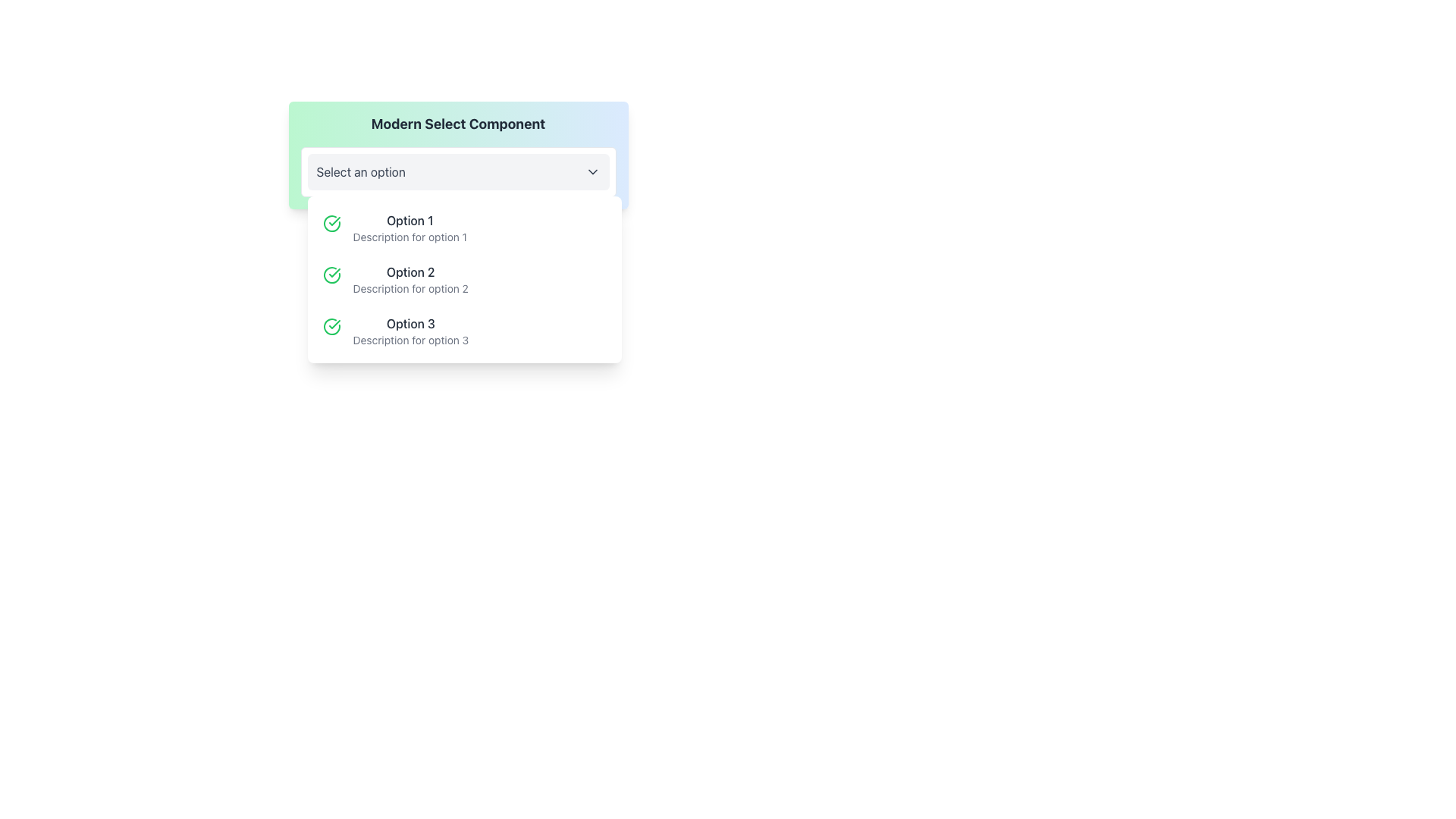 This screenshot has height=819, width=1456. I want to click on the text label displaying 'Description for option 1' which is located below the main header 'Option 1' in the dropdown menu, so click(409, 237).